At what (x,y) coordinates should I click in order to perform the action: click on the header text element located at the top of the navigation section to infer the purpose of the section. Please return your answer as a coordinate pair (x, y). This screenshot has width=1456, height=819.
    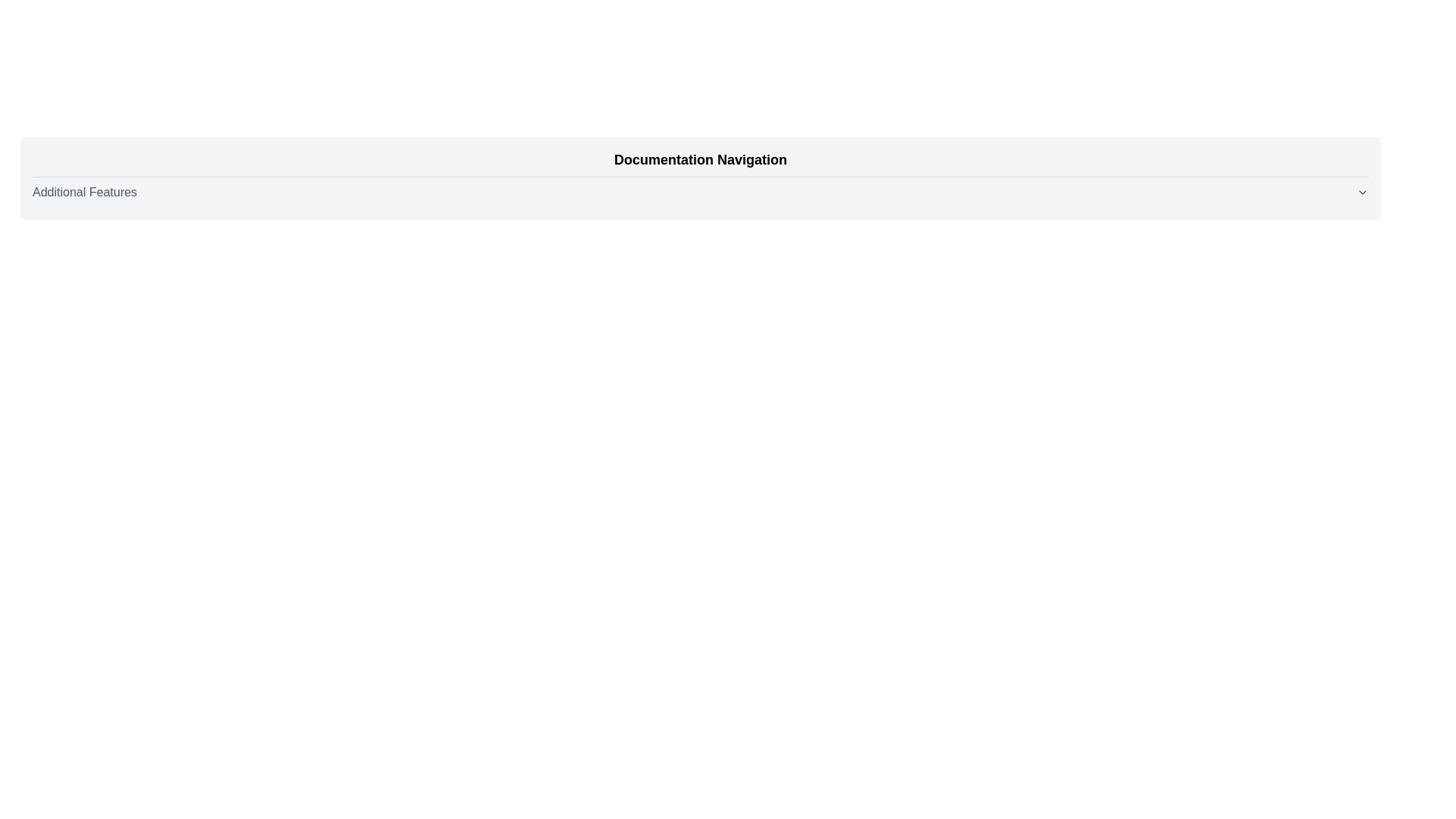
    Looking at the image, I should click on (700, 160).